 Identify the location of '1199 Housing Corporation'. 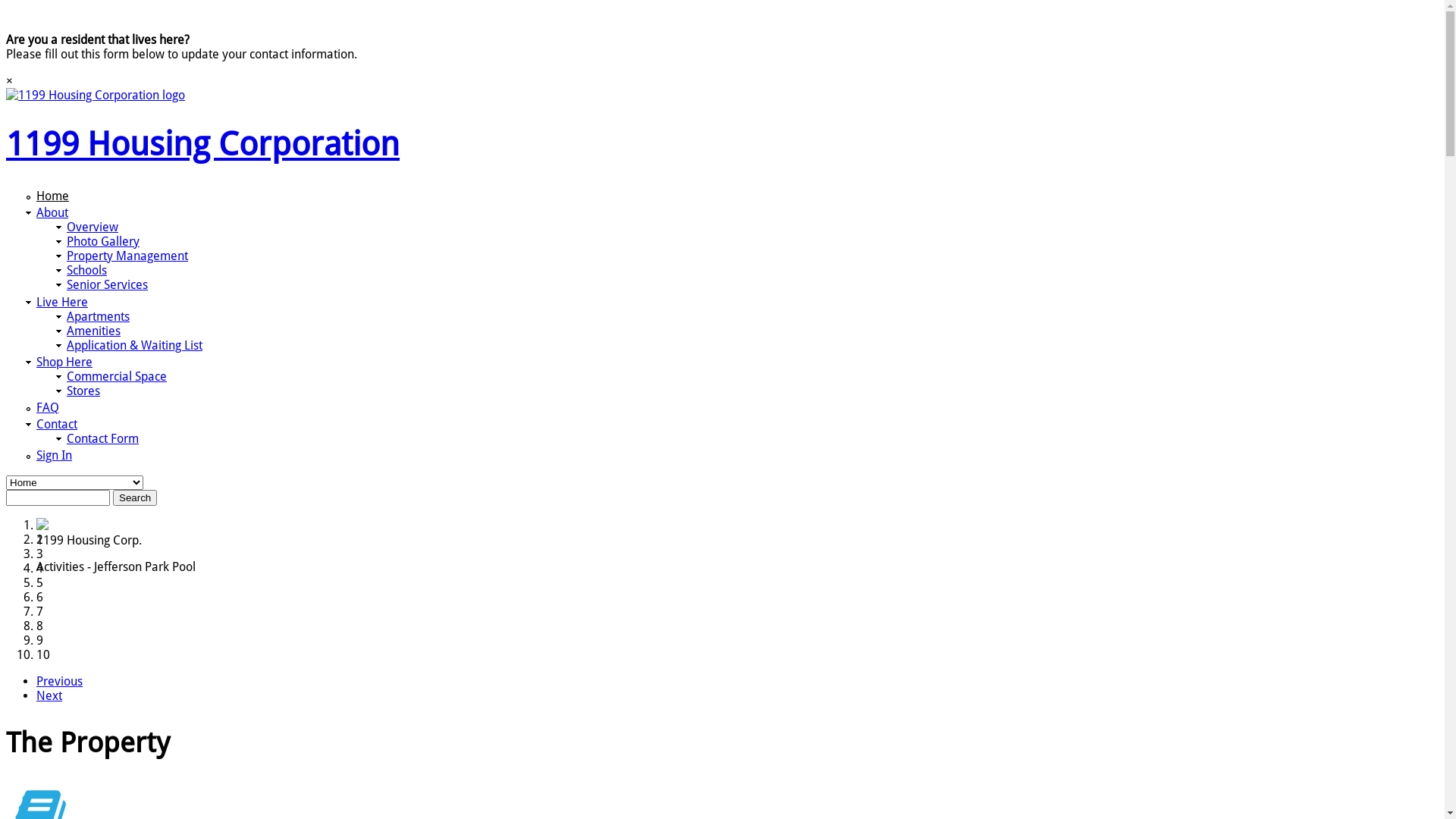
(202, 143).